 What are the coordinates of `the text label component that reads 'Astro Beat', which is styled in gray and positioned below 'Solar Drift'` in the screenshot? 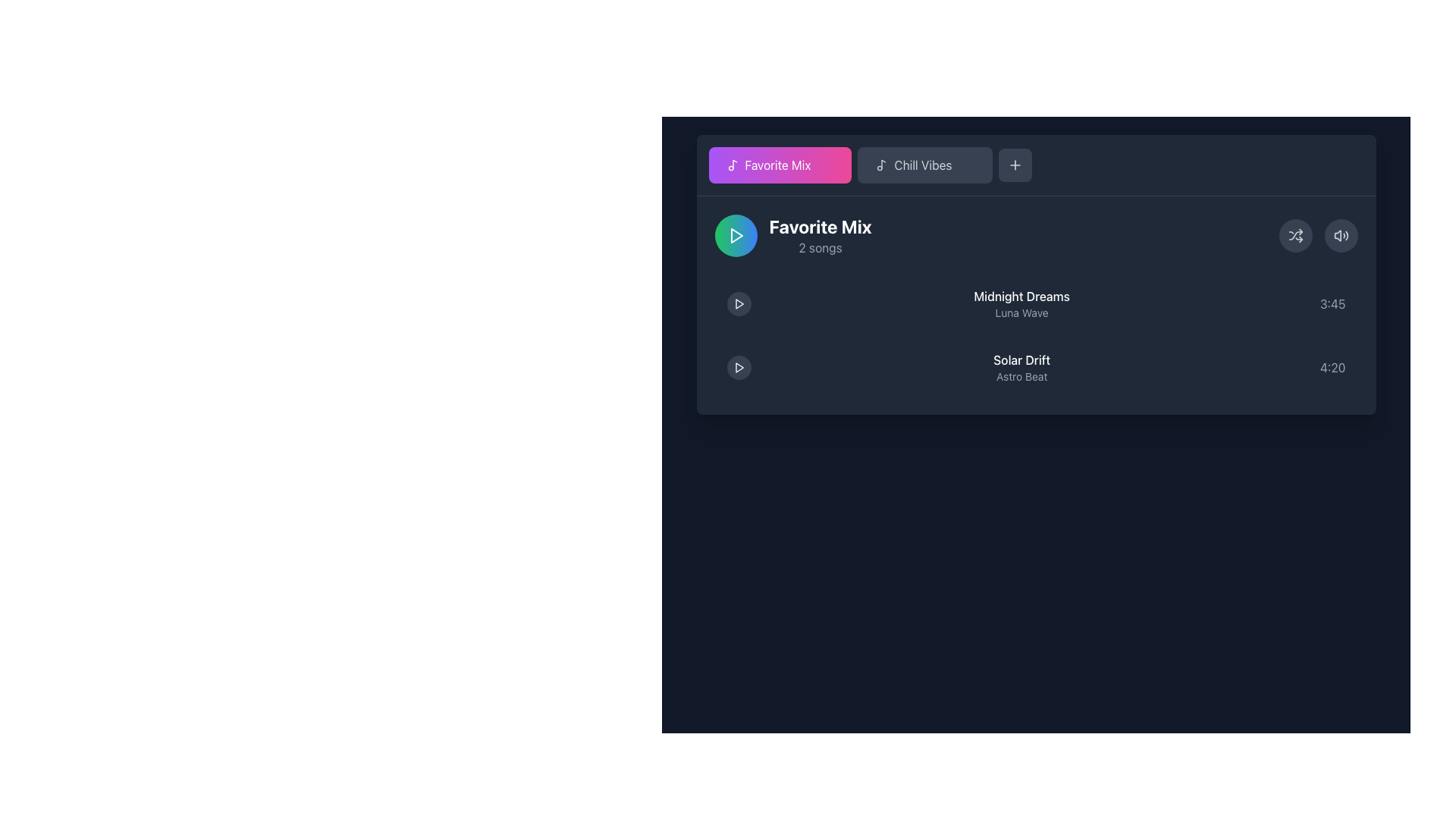 It's located at (1021, 376).